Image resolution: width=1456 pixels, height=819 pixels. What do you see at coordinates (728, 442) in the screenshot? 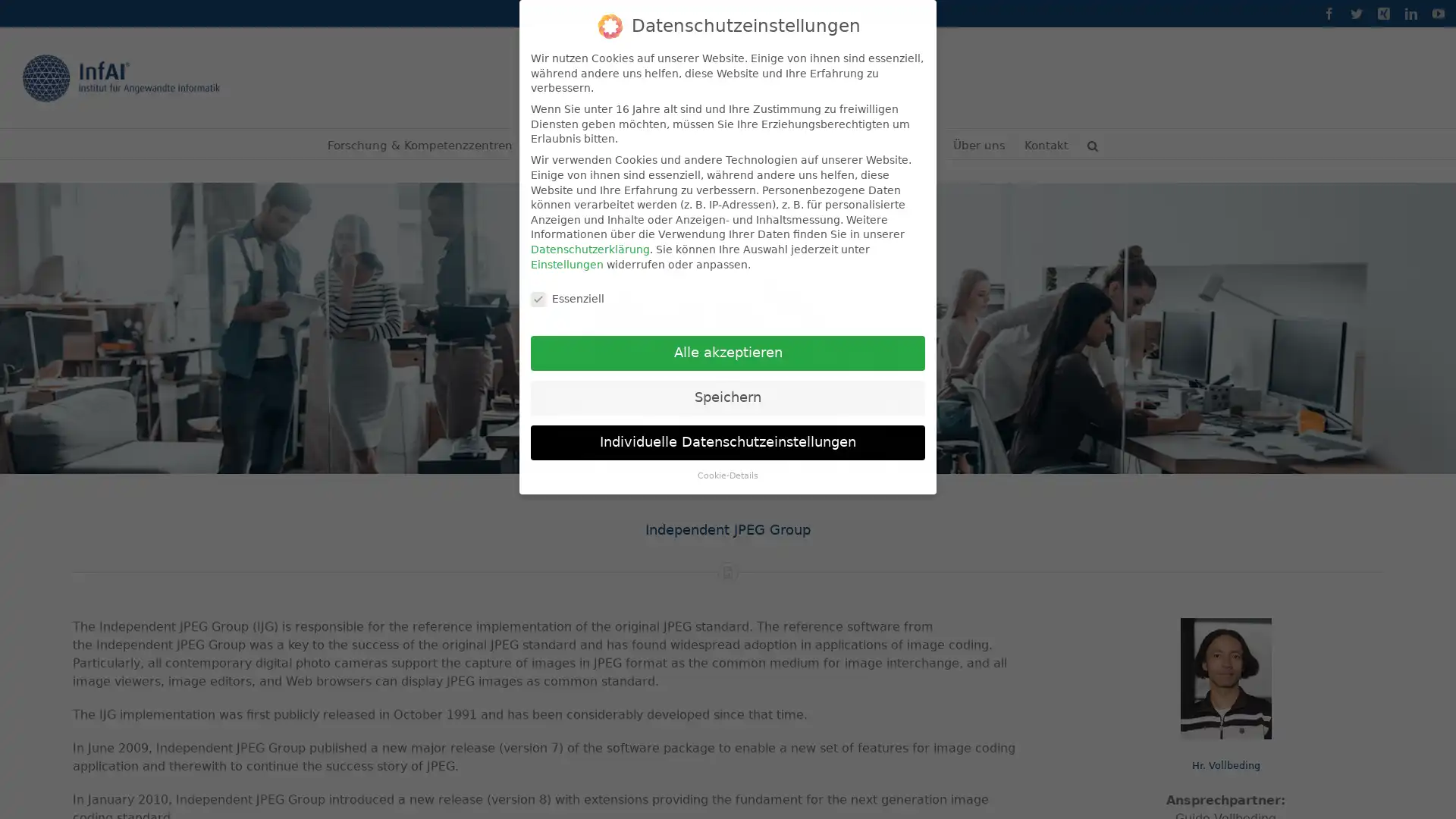
I see `Individuelle Datenschutzeinstellungen` at bounding box center [728, 442].